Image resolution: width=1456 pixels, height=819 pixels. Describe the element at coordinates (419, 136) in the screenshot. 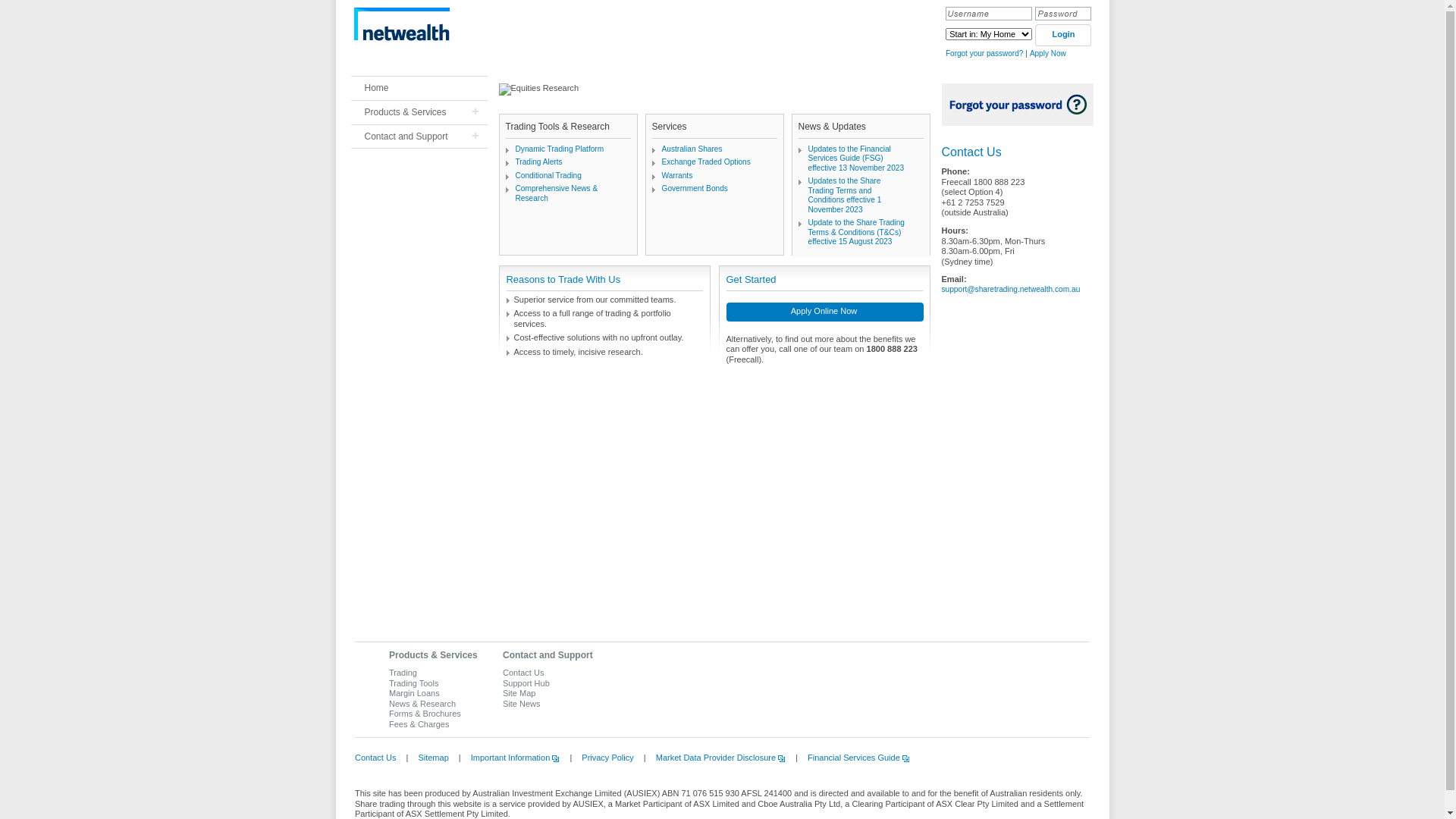

I see `'Contact and Support'` at that location.